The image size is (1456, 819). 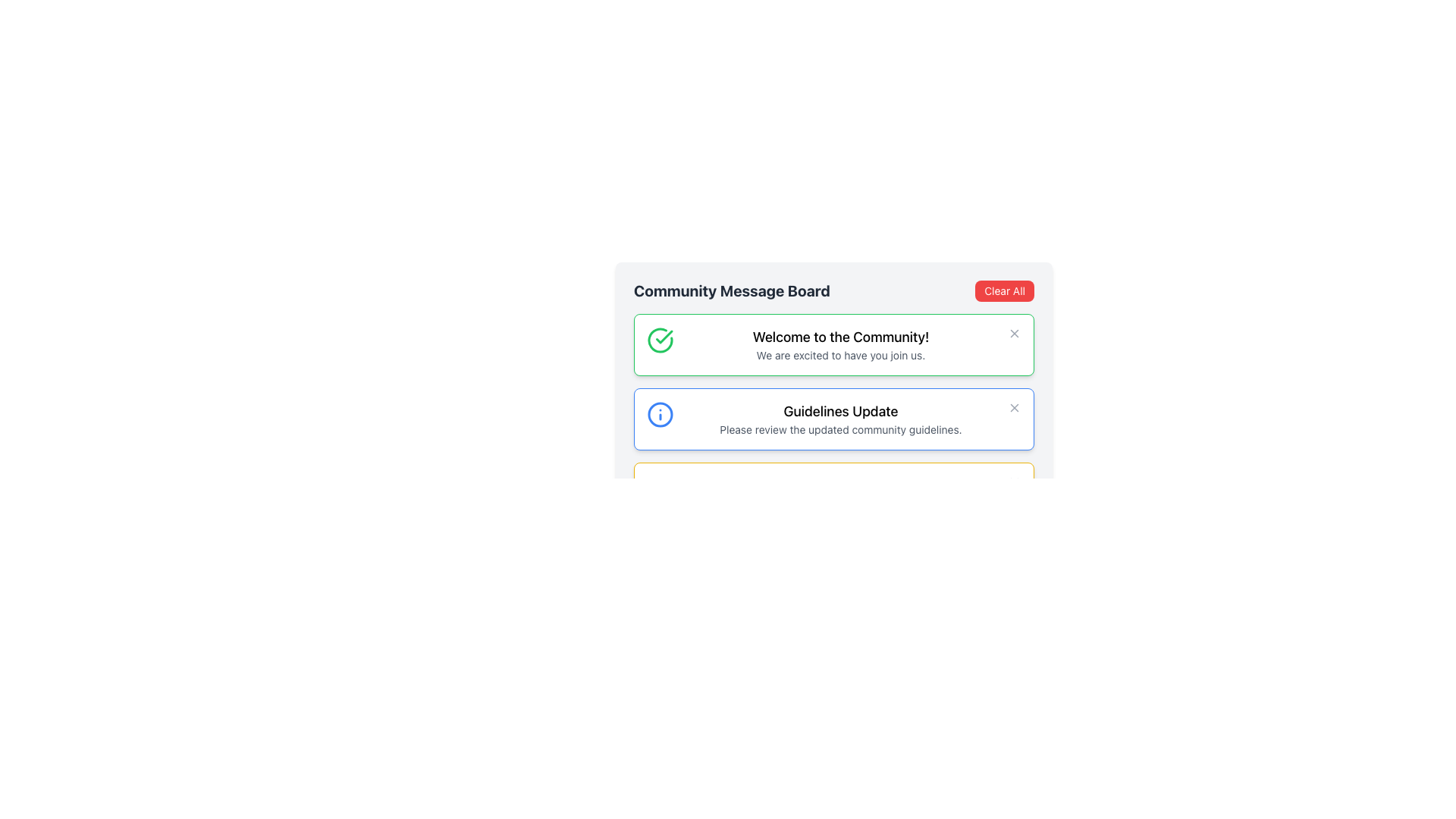 I want to click on the static text label that provides additional information about the 'Guidelines Update' notification, located beneath the 'Guidelines Update' heading in the notification box on the 'Community Message Board' interface, so click(x=839, y=430).